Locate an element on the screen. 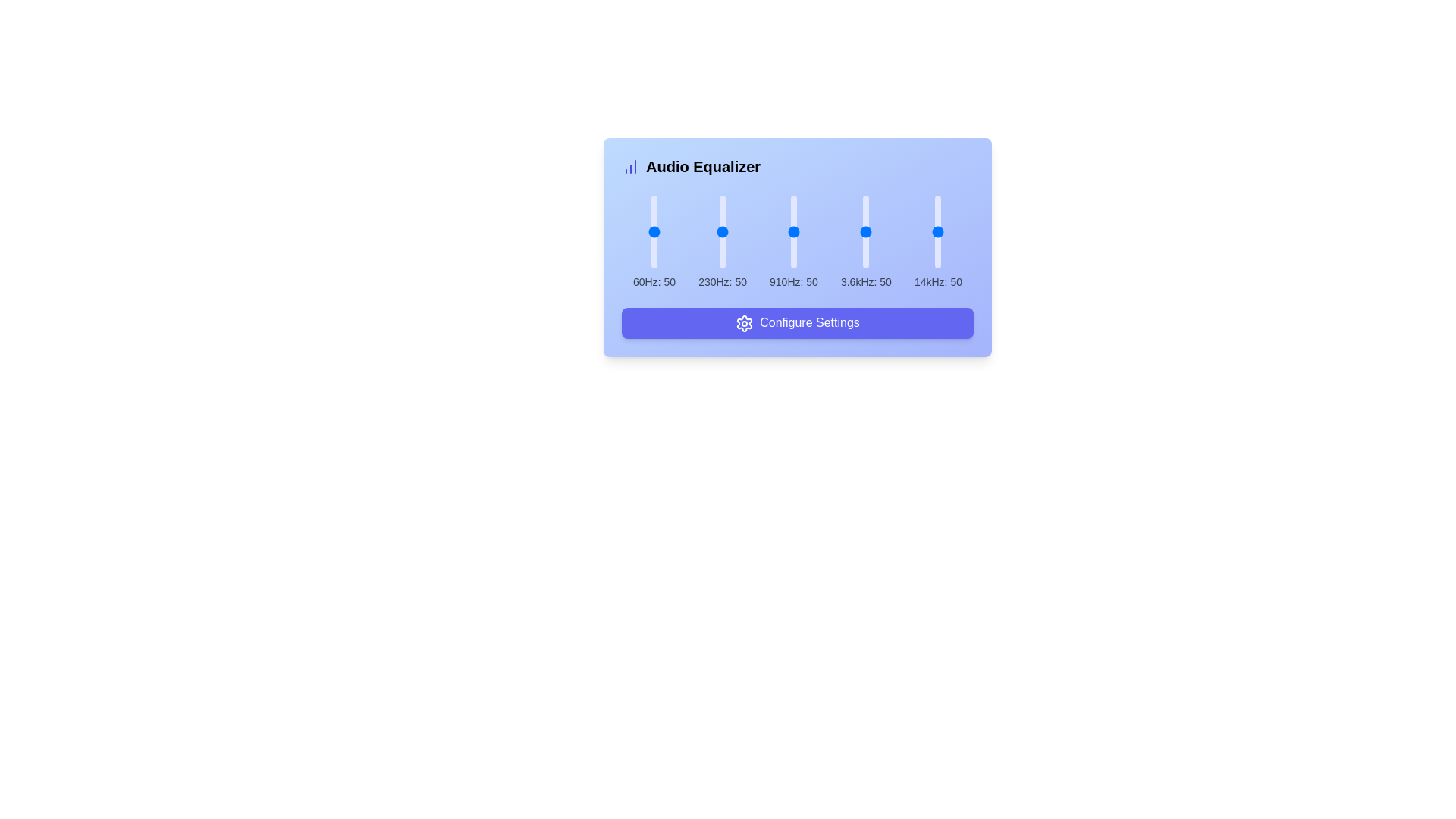  the 230Hz slider value is located at coordinates (722, 213).